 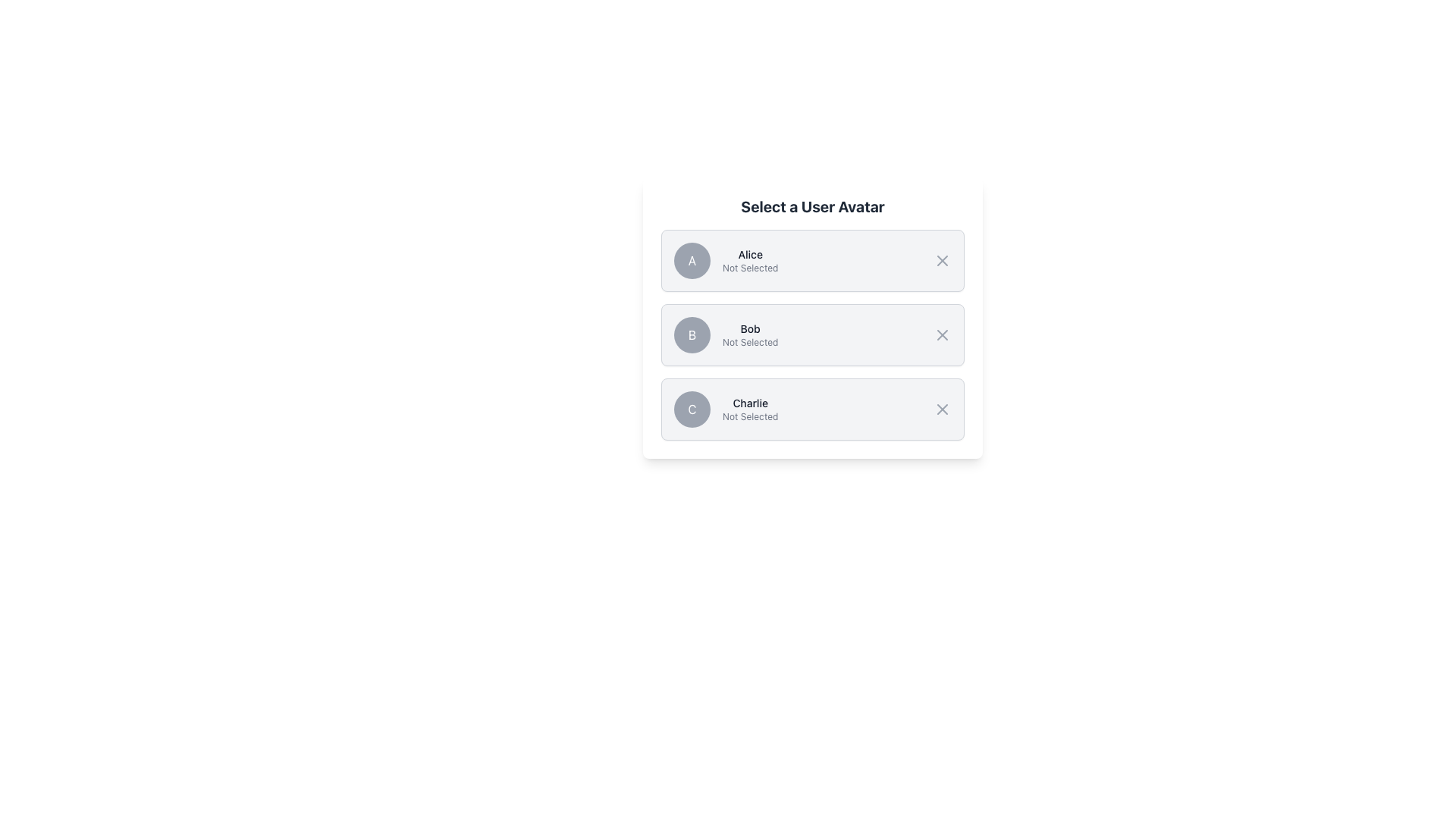 I want to click on the text display element showing 'Charlie' and status 'Not Selected', located below the avatar placeholder 'C' in the user avatar selection list, so click(x=750, y=409).